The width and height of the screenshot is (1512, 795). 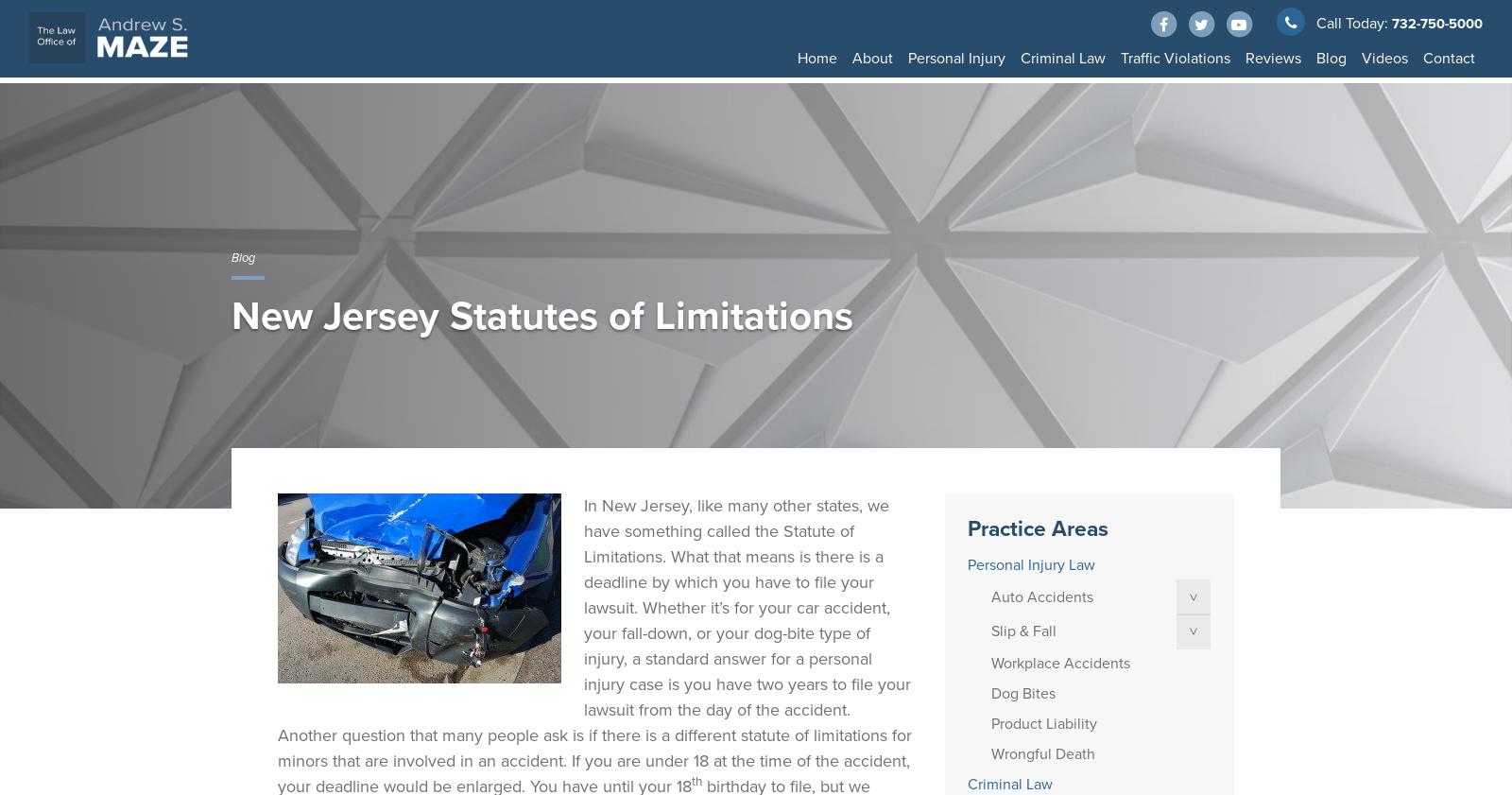 I want to click on 'First Offense', so click(x=1300, y=95).